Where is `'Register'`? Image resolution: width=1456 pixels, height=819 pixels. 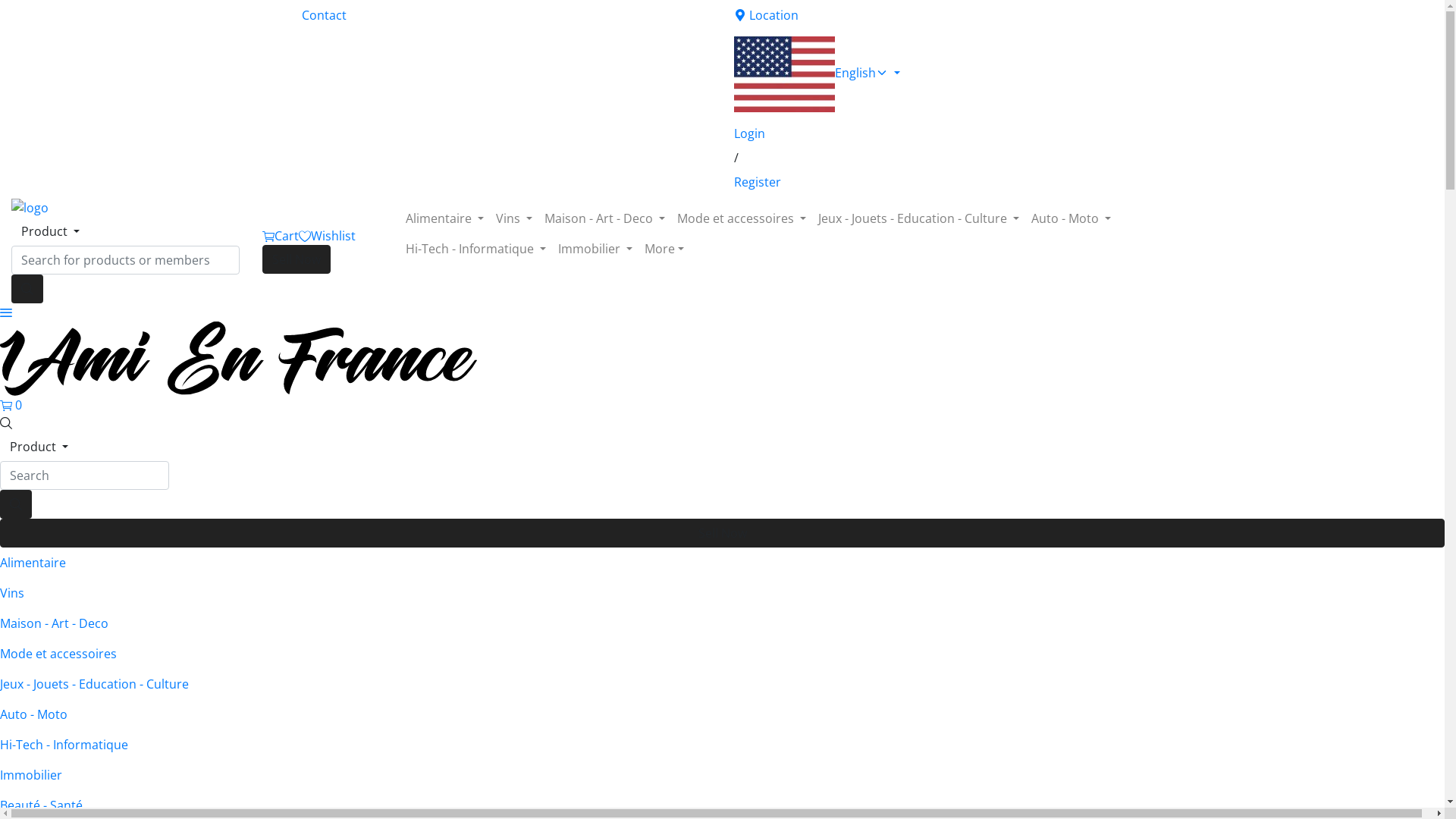
'Register' is located at coordinates (938, 180).